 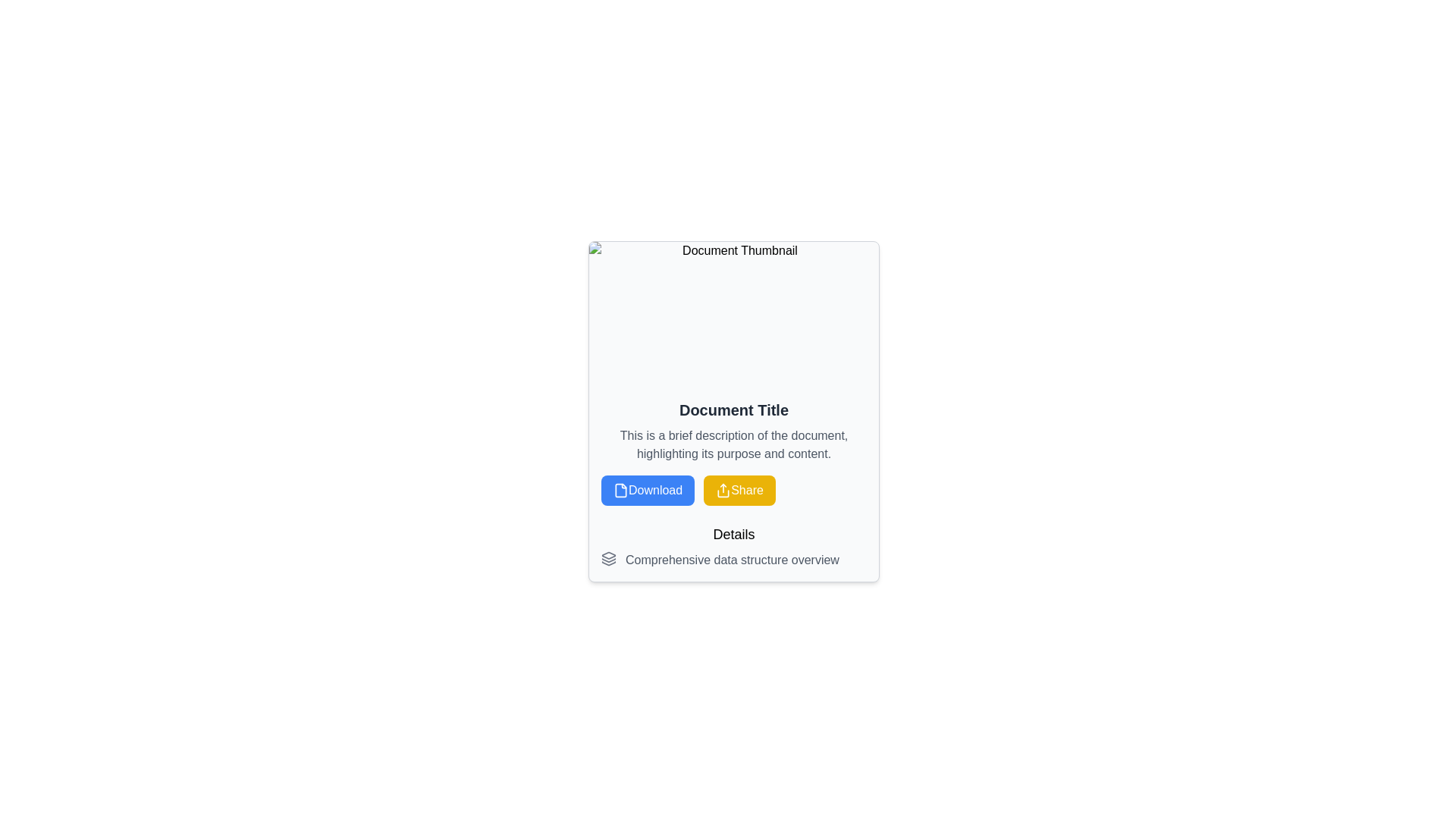 What do you see at coordinates (608, 558) in the screenshot?
I see `the small illustrative icon displayed in a gray tone, which is positioned to the left of the text 'Comprehensive data structure overview' near the bottom of the card-like layout` at bounding box center [608, 558].